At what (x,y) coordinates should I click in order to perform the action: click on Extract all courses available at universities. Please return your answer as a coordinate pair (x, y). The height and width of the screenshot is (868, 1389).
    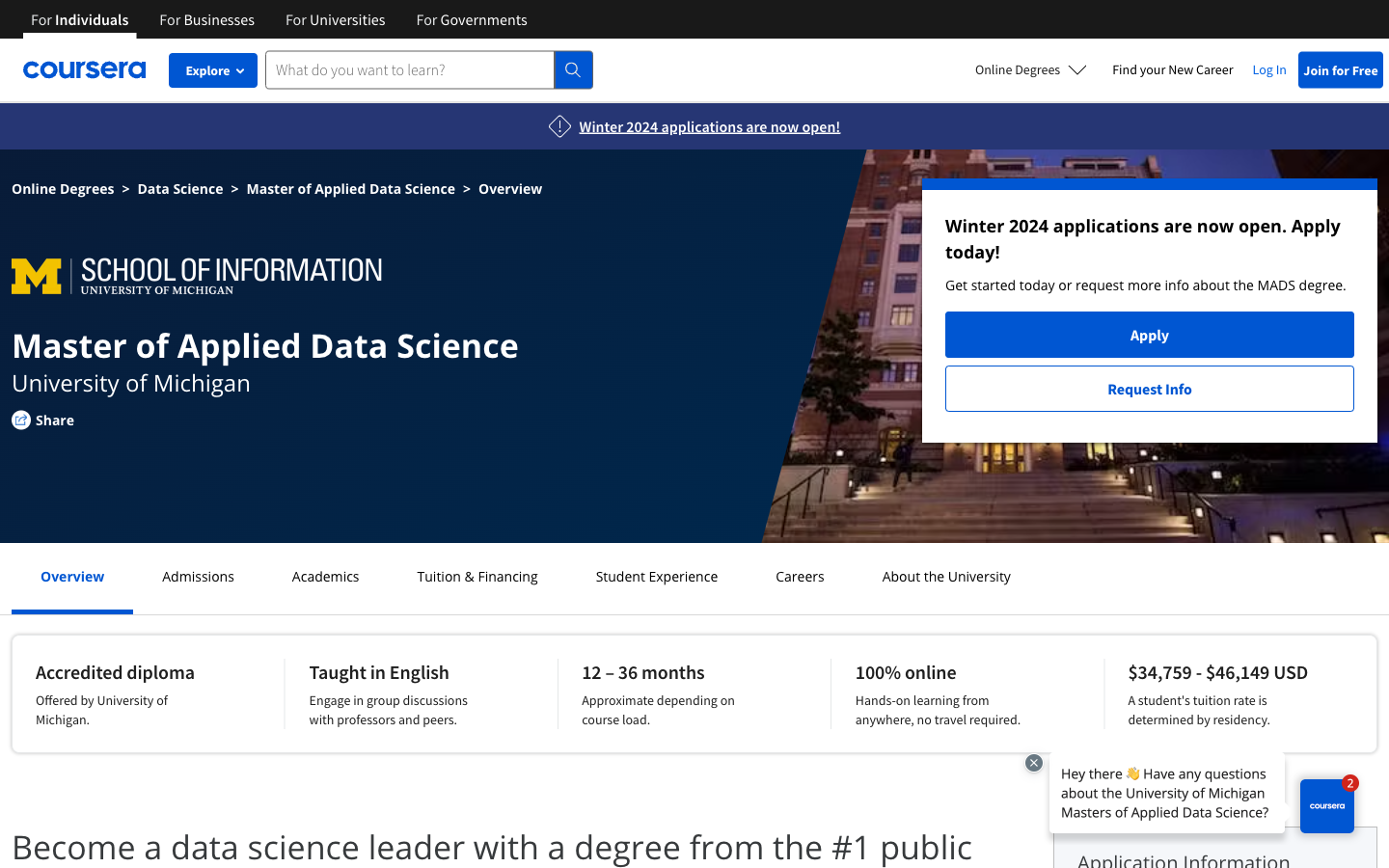
    Looking at the image, I should click on (335, 17).